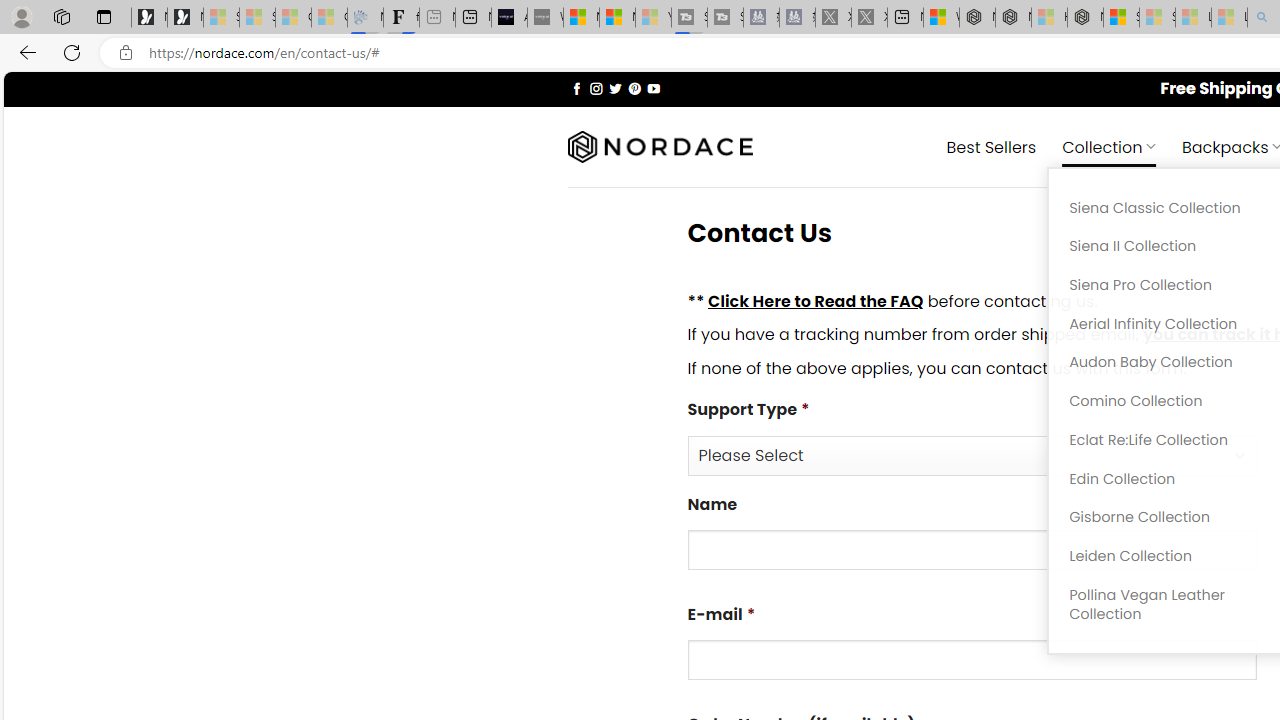 The height and width of the screenshot is (720, 1280). What do you see at coordinates (869, 17) in the screenshot?
I see `'X - Sleeping'` at bounding box center [869, 17].